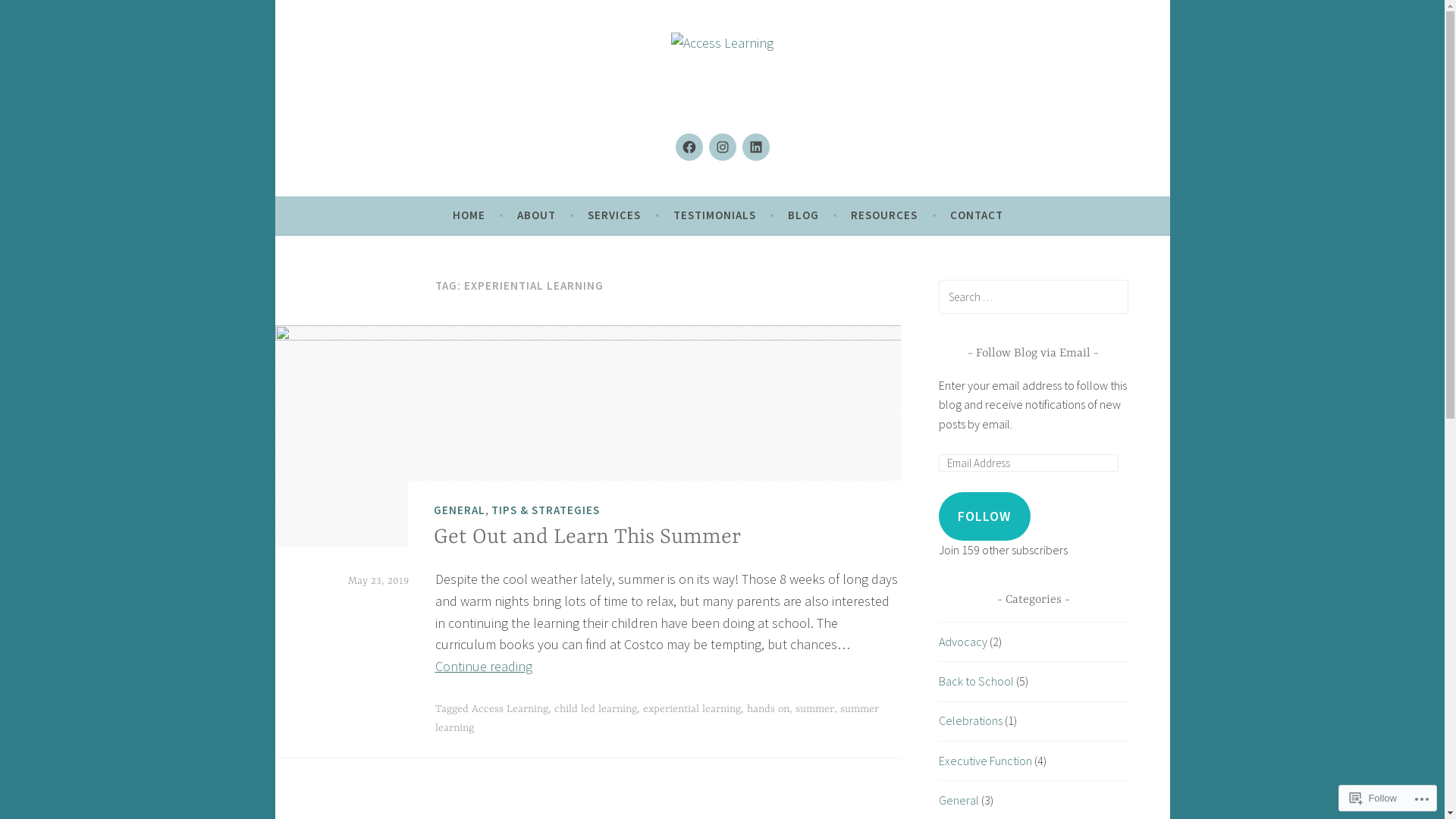  Describe the element at coordinates (884, 215) in the screenshot. I see `'RESOURCES'` at that location.